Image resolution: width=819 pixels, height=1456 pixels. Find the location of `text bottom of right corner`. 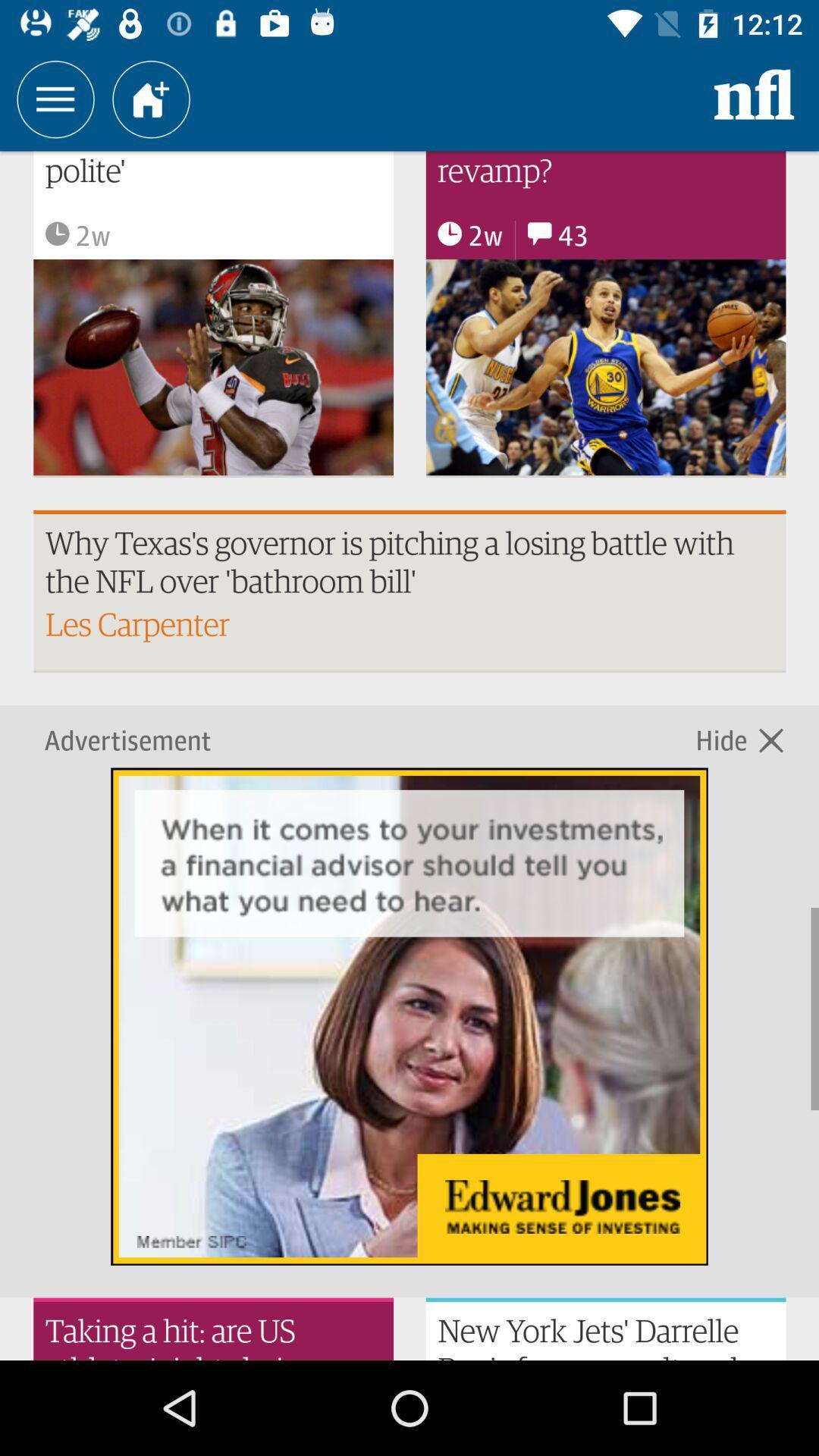

text bottom of right corner is located at coordinates (605, 1328).